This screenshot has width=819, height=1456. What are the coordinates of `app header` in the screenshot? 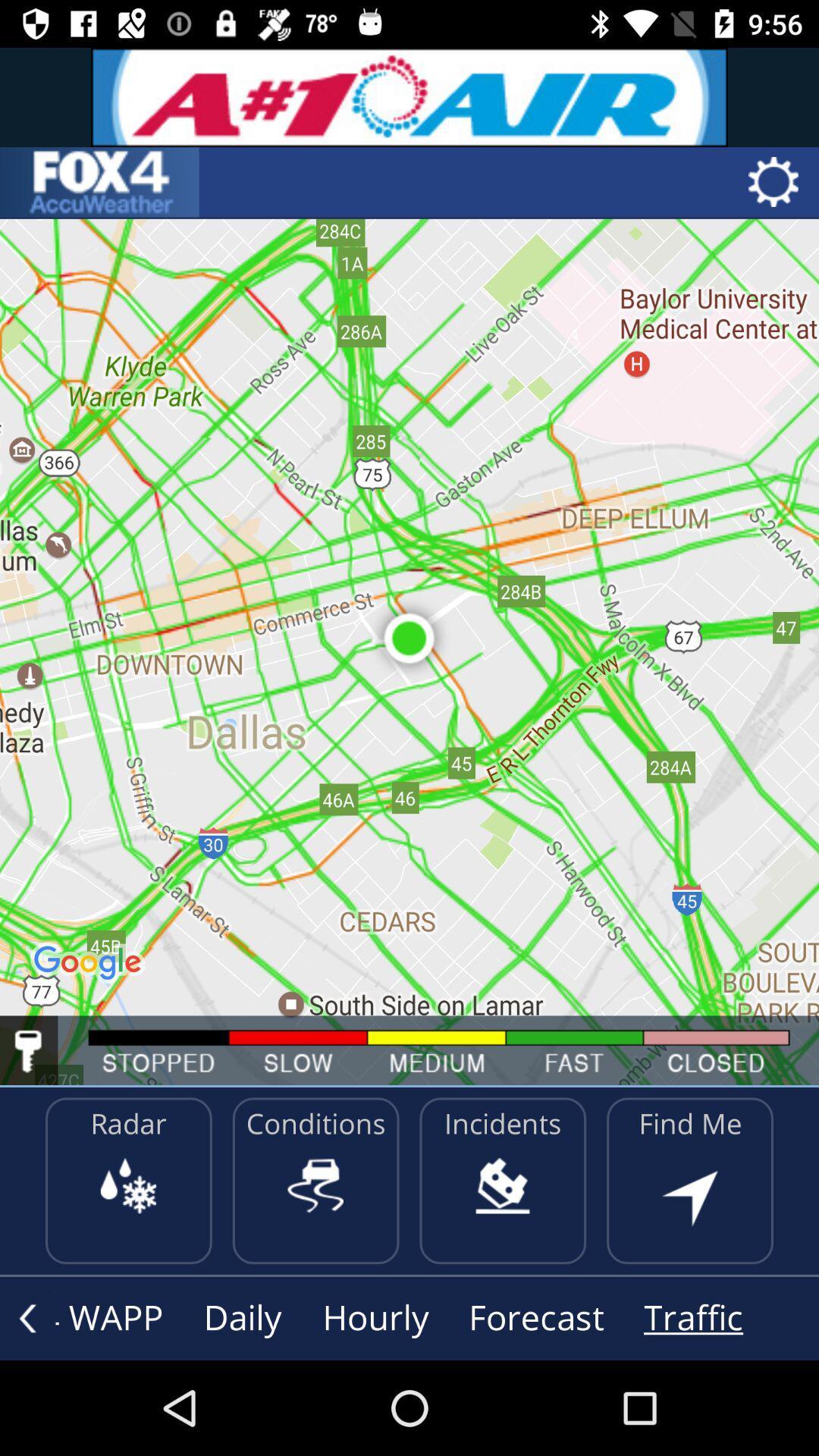 It's located at (99, 182).